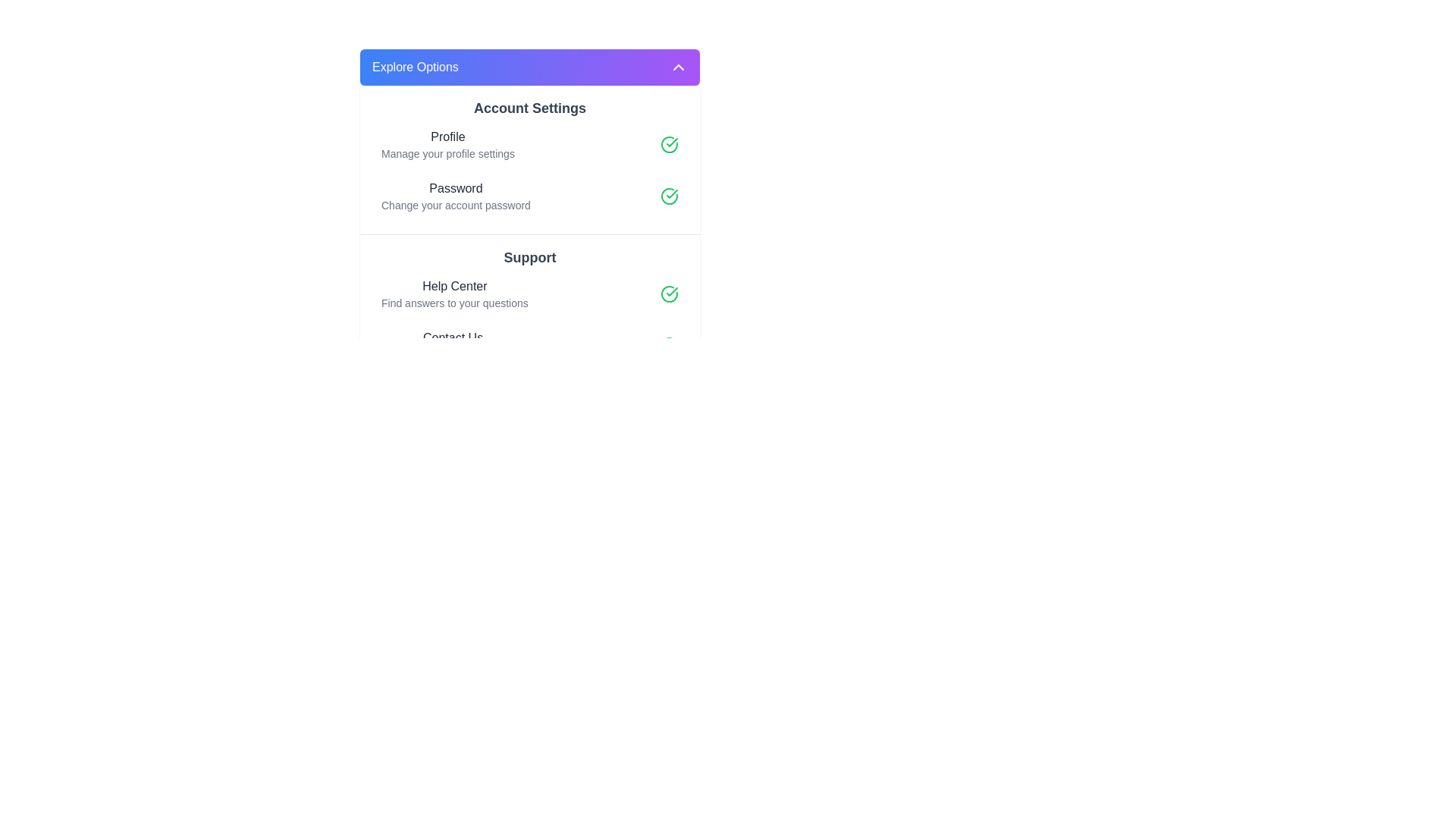 The height and width of the screenshot is (819, 1456). Describe the element at coordinates (452, 345) in the screenshot. I see `the informational text block under the 'Support' section` at that location.